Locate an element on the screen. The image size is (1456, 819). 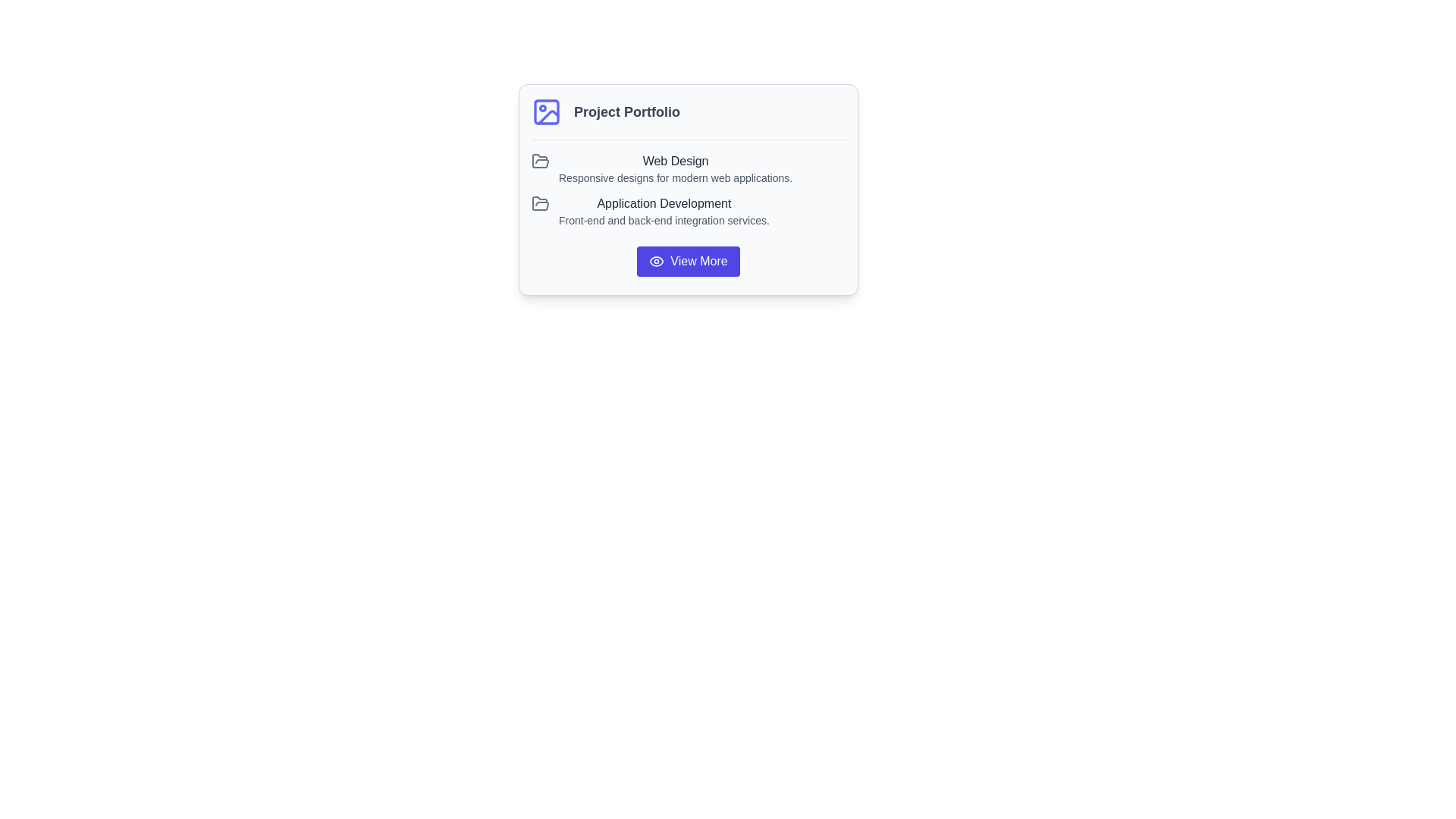
the text element displaying 'Front-end and back-end integration services.' which is located below 'Application Development' in the 'Project Portfolio' card is located at coordinates (664, 220).